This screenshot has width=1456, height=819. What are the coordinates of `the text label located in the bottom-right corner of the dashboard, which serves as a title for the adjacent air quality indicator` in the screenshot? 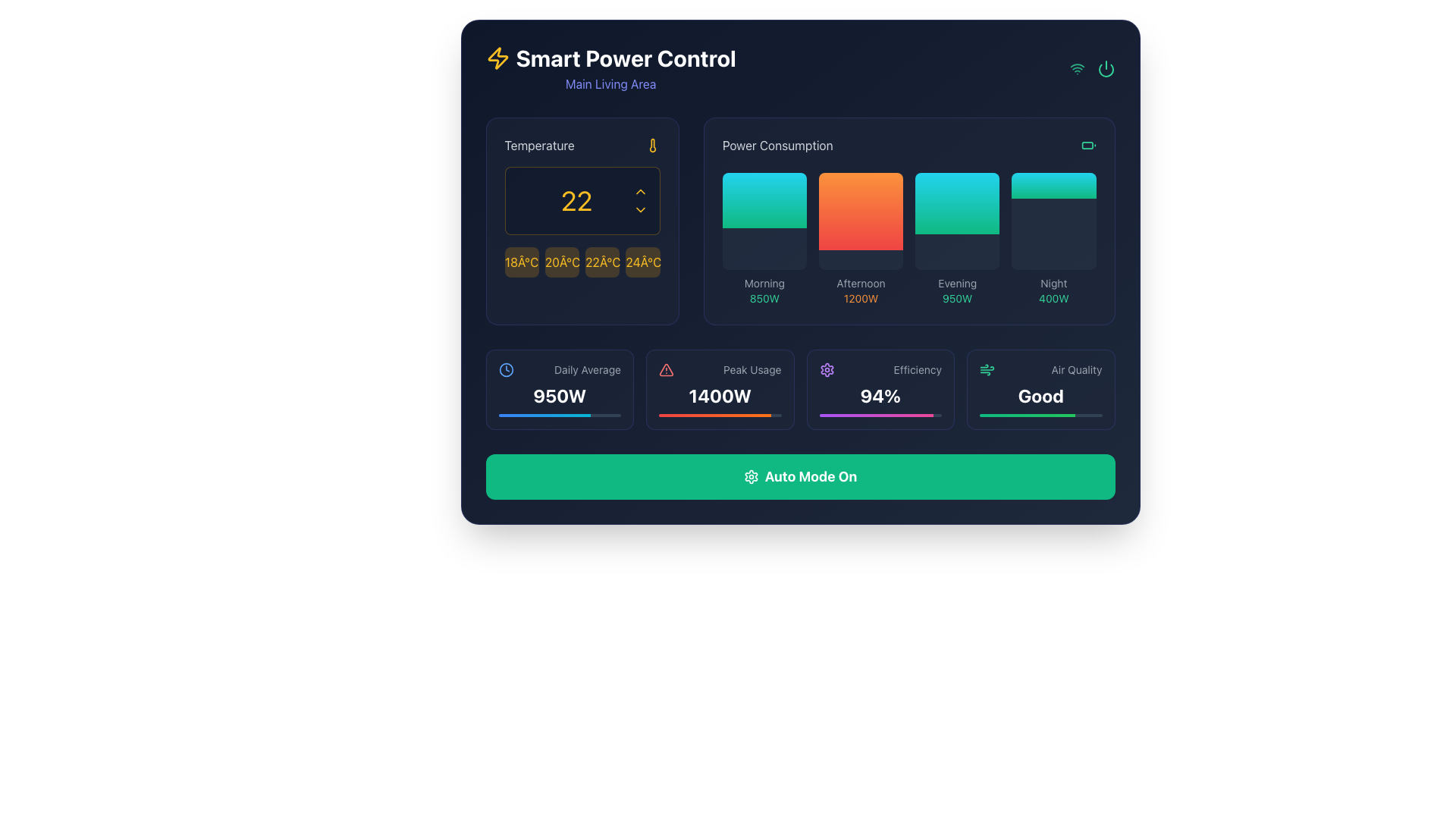 It's located at (1076, 370).